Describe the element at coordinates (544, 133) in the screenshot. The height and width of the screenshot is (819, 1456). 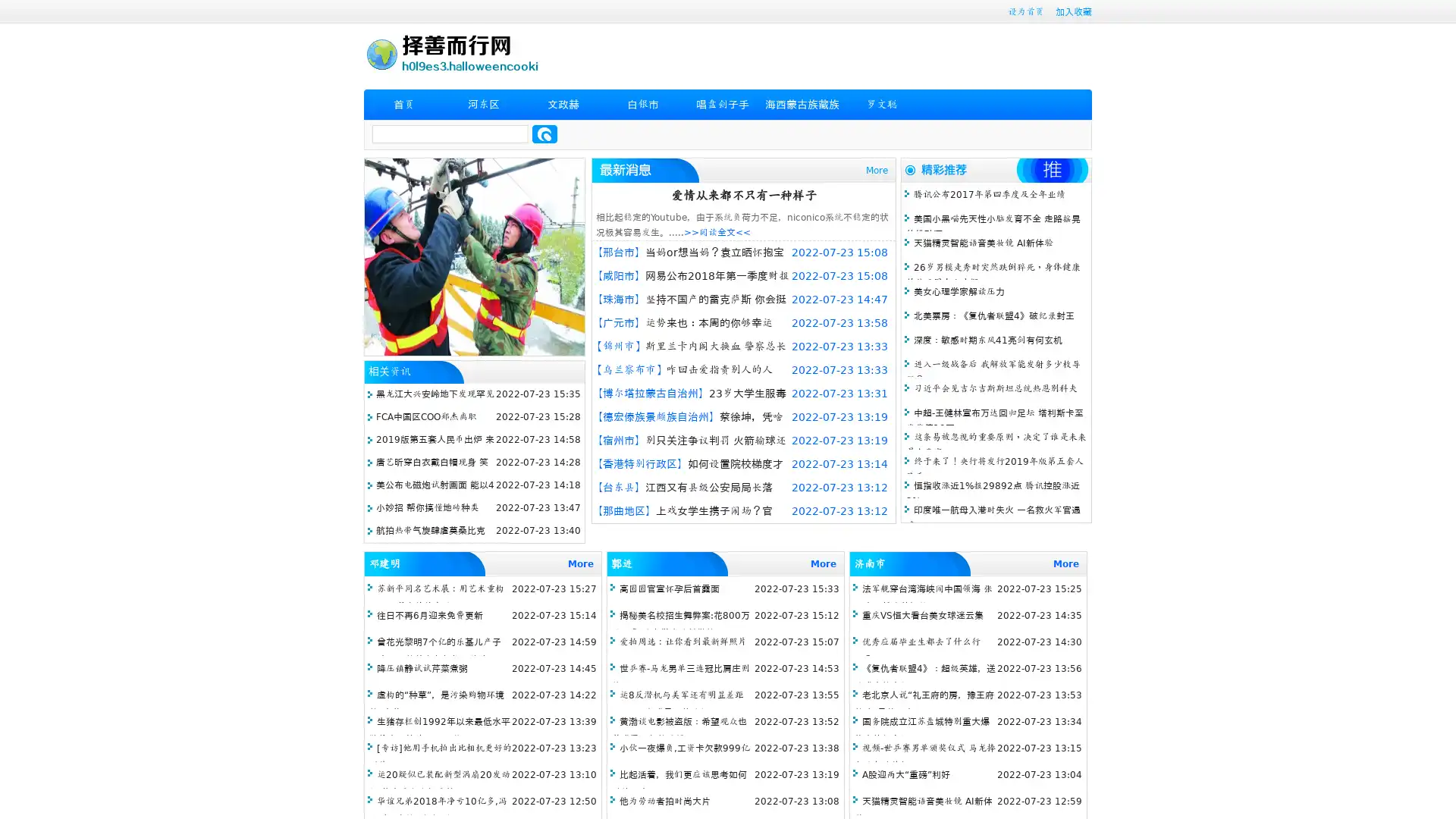
I see `Search` at that location.